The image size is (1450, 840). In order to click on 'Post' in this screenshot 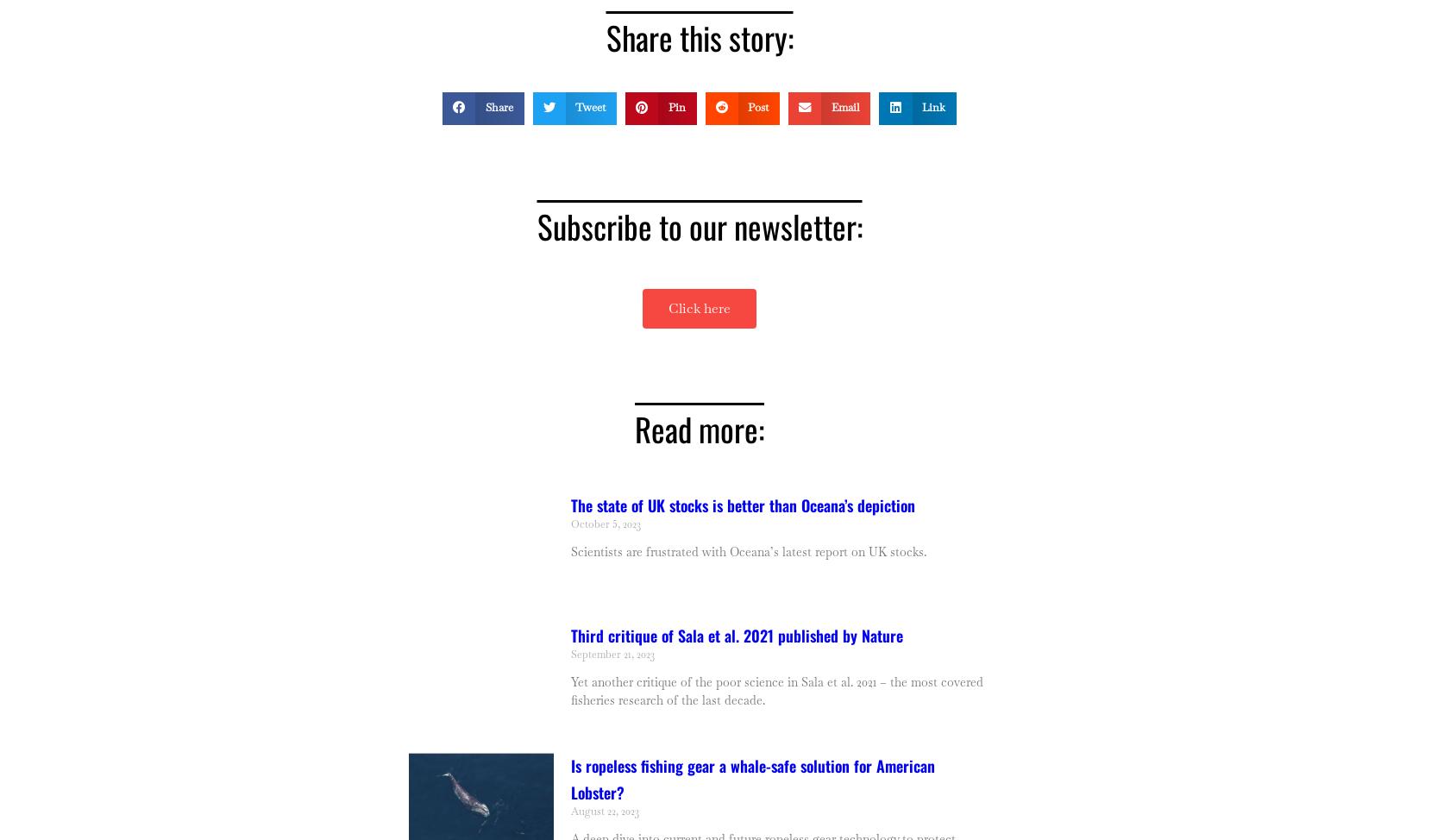, I will do `click(757, 106)`.